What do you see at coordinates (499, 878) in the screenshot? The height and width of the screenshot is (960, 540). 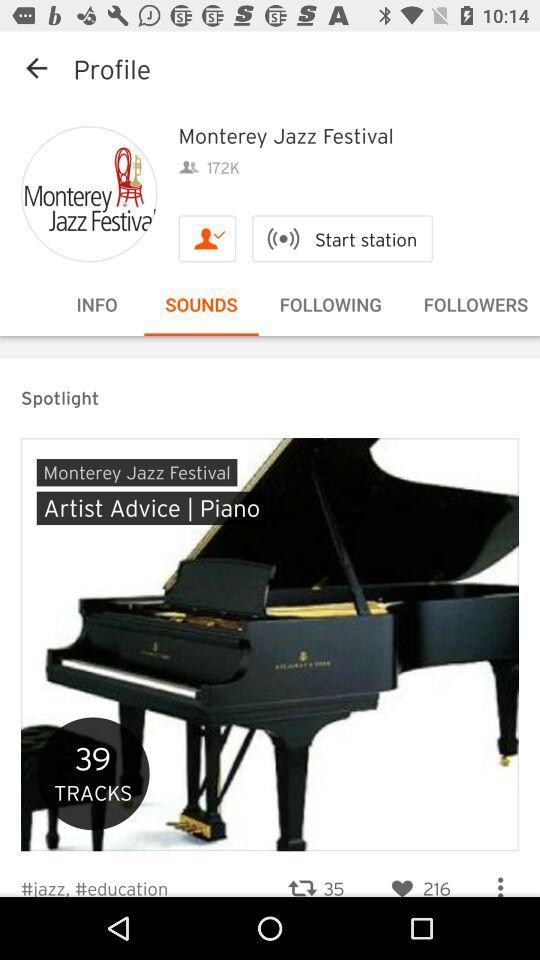 I see `open options menu` at bounding box center [499, 878].